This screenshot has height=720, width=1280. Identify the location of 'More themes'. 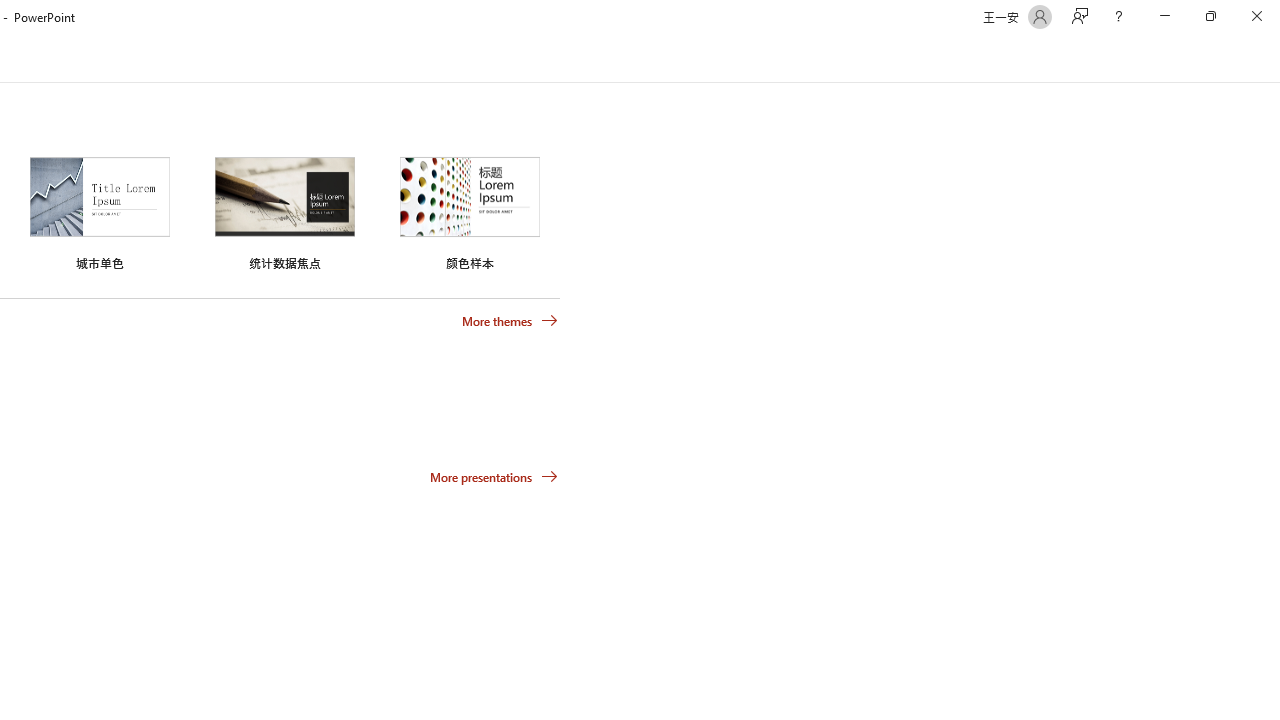
(510, 320).